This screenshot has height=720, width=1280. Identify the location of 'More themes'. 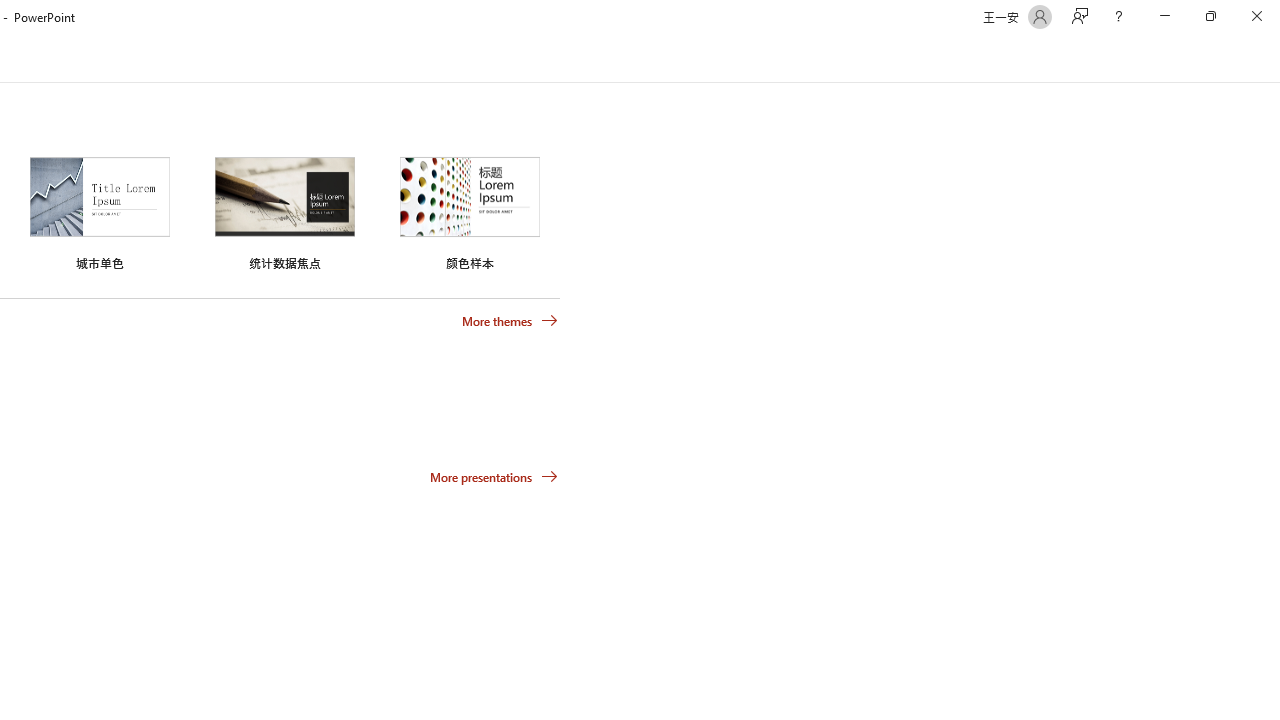
(510, 320).